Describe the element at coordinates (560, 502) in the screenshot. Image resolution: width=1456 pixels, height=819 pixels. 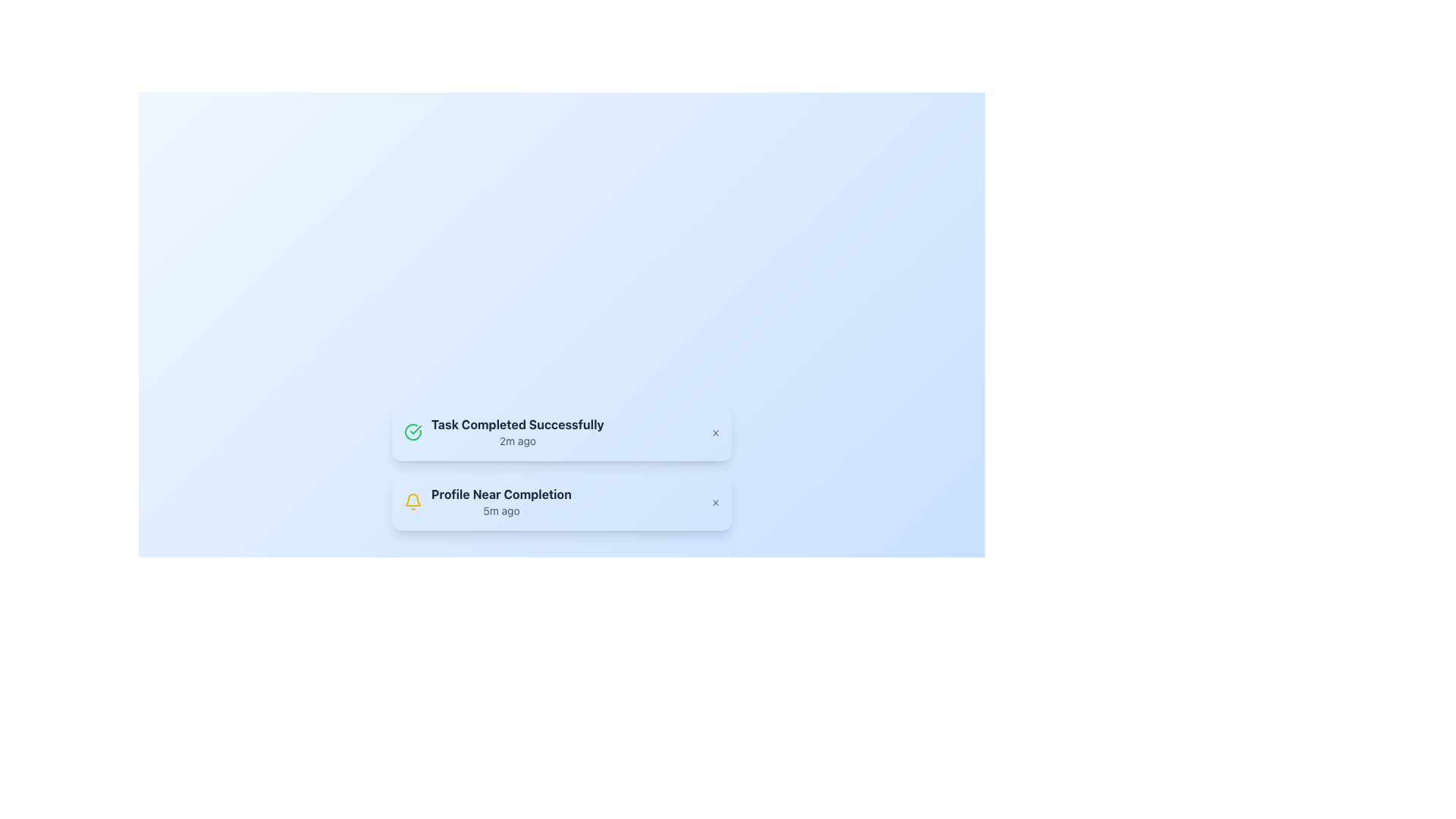
I see `the notification widget displaying 'Profile Near Completion' with a warning state, located below 'Task Completed Successfully'` at that location.